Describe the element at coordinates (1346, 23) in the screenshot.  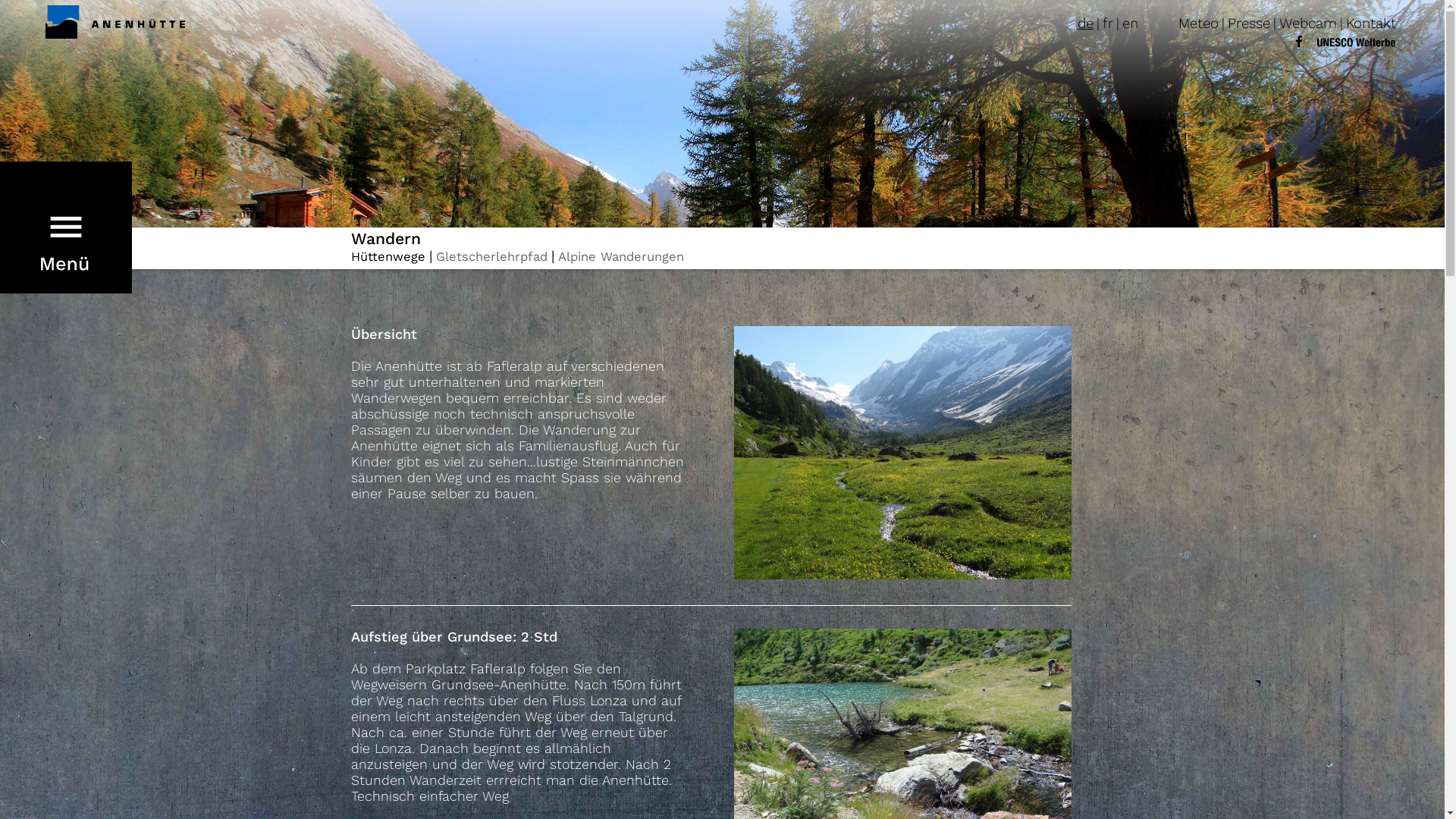
I see `'Kontakt'` at that location.